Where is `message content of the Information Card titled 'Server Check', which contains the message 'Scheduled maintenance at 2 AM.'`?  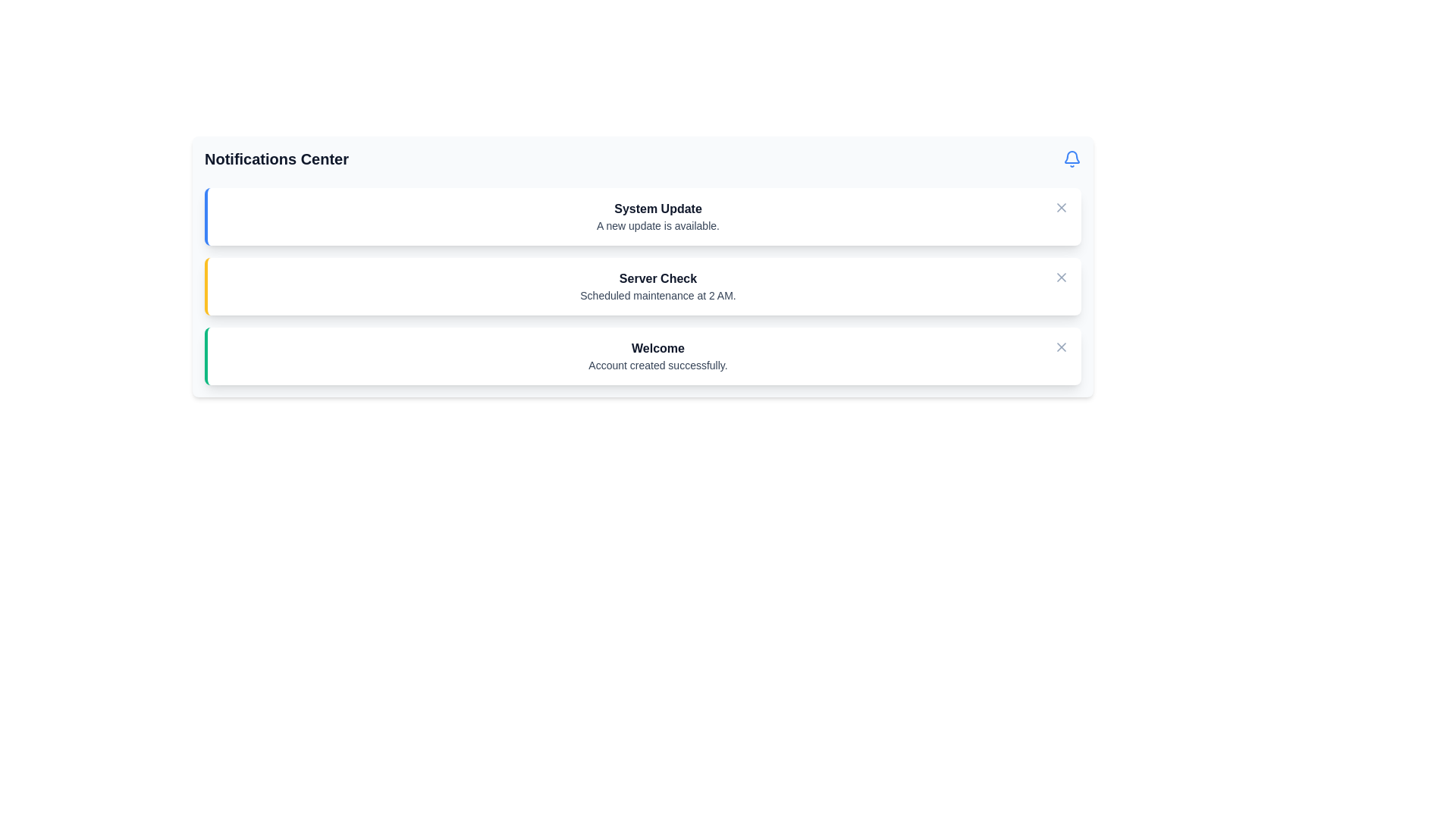
message content of the Information Card titled 'Server Check', which contains the message 'Scheduled maintenance at 2 AM.' is located at coordinates (643, 287).